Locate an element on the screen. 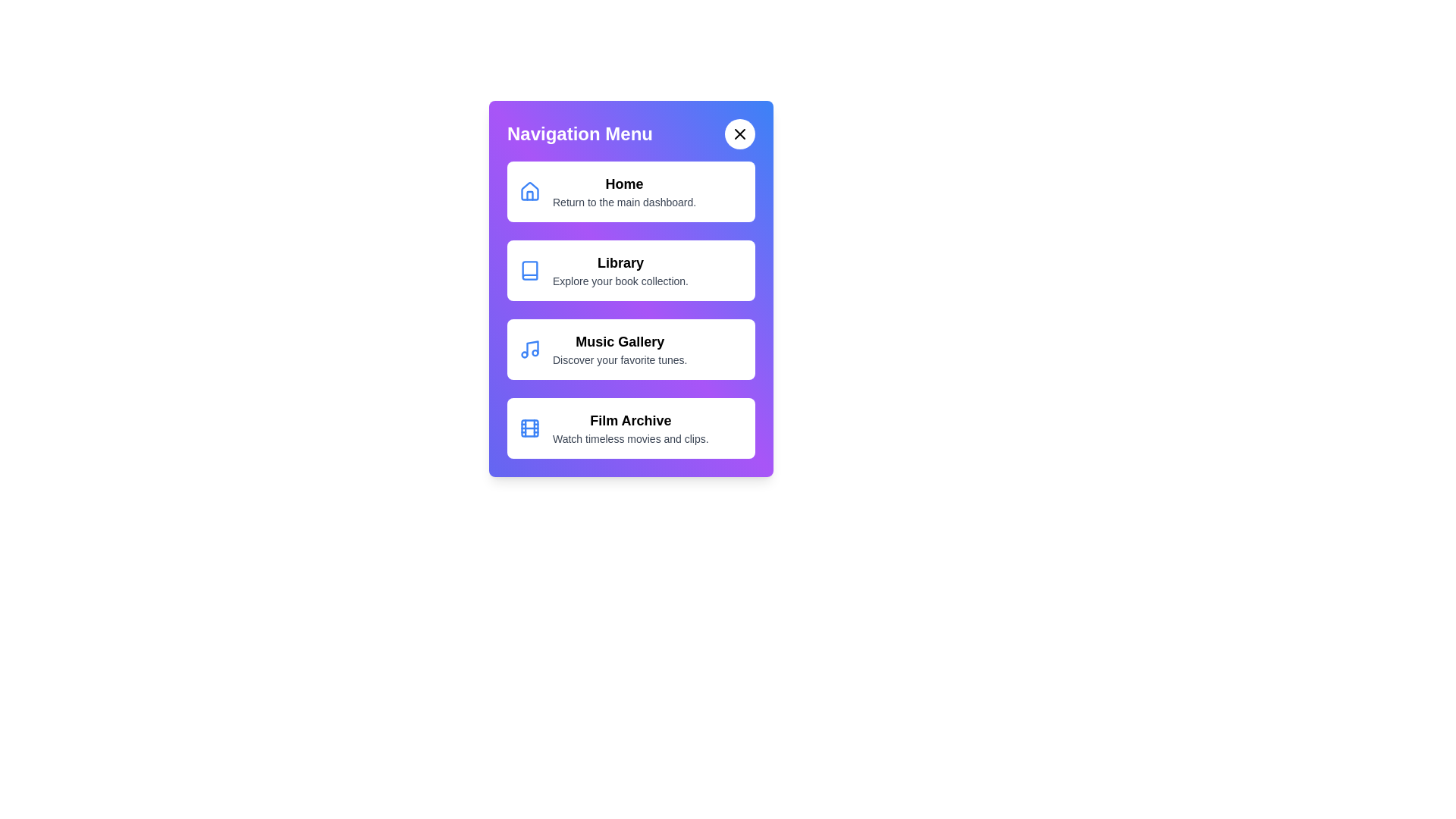  the icon of the menu item labeled Music Gallery is located at coordinates (530, 350).